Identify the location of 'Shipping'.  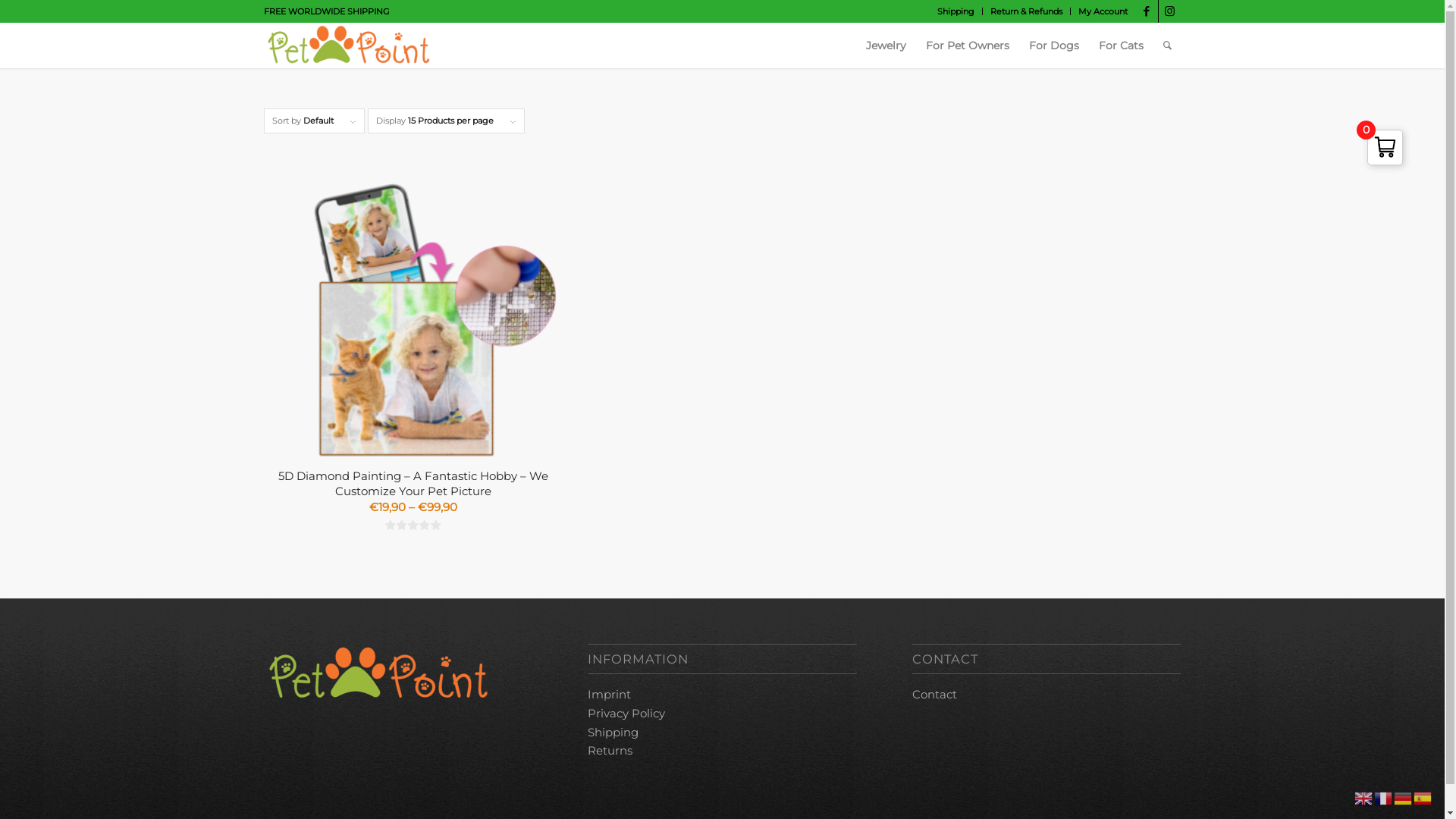
(955, 11).